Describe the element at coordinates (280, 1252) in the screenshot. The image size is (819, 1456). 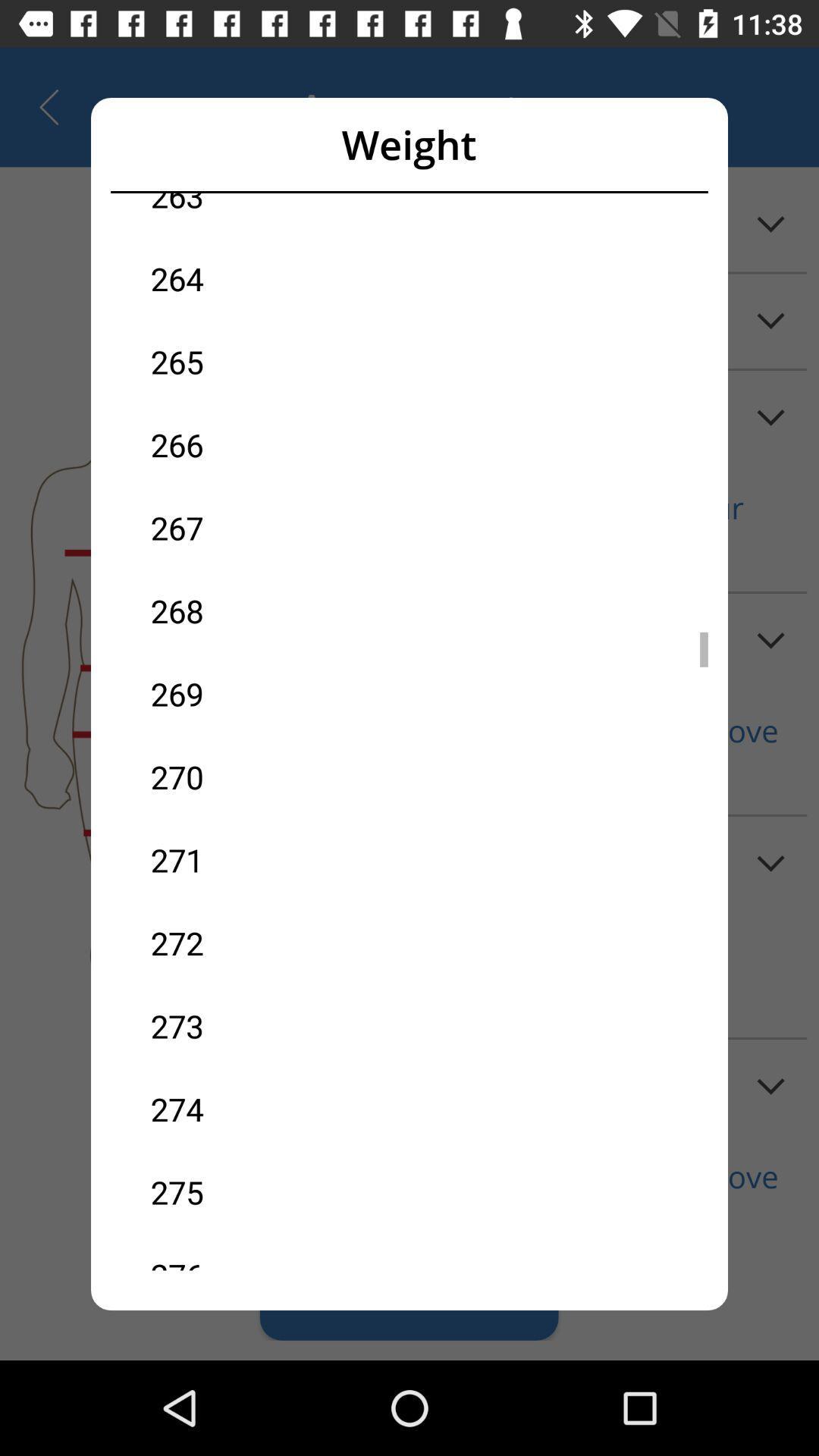
I see `276` at that location.